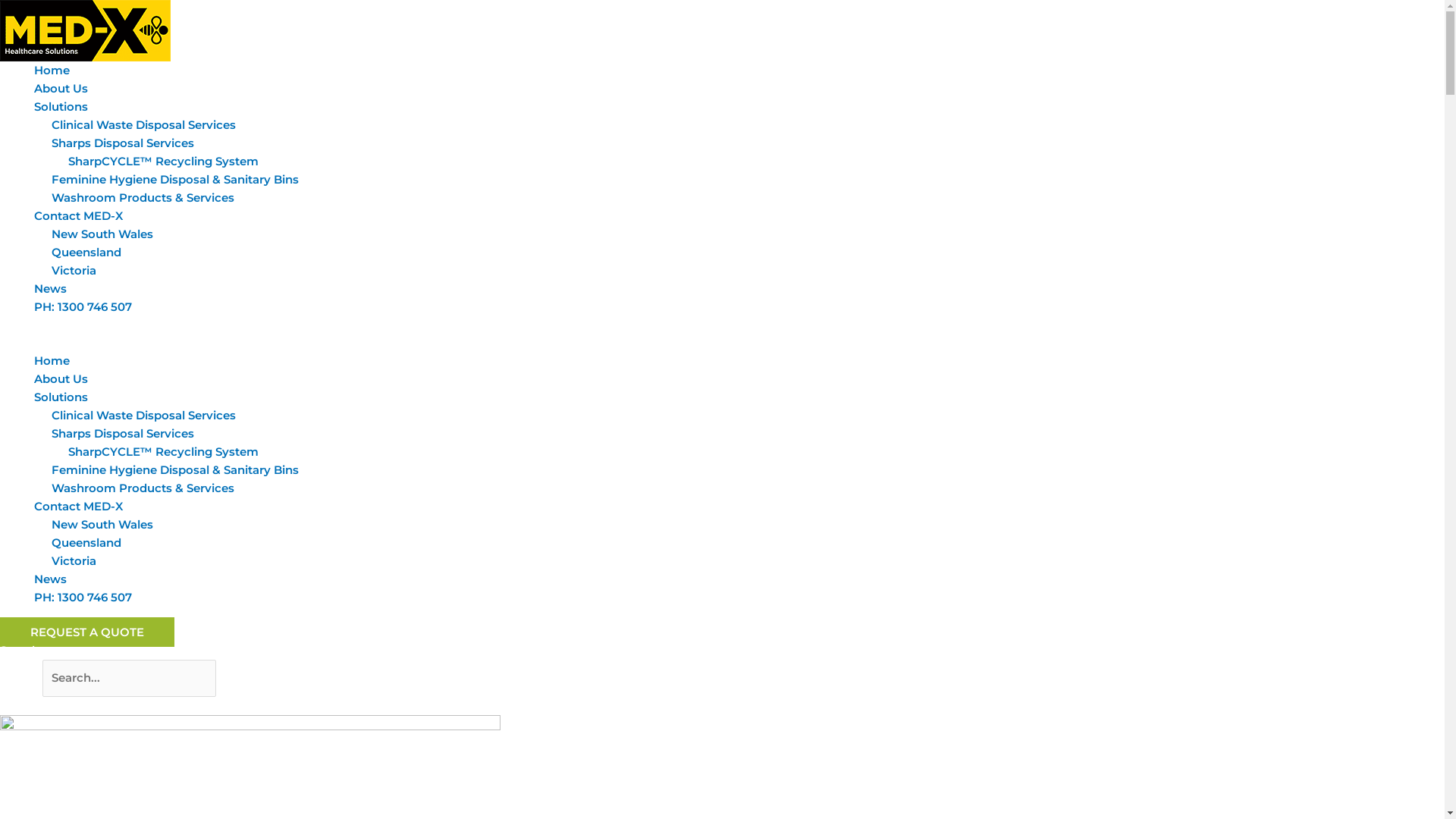  I want to click on 'Victoria', so click(73, 269).